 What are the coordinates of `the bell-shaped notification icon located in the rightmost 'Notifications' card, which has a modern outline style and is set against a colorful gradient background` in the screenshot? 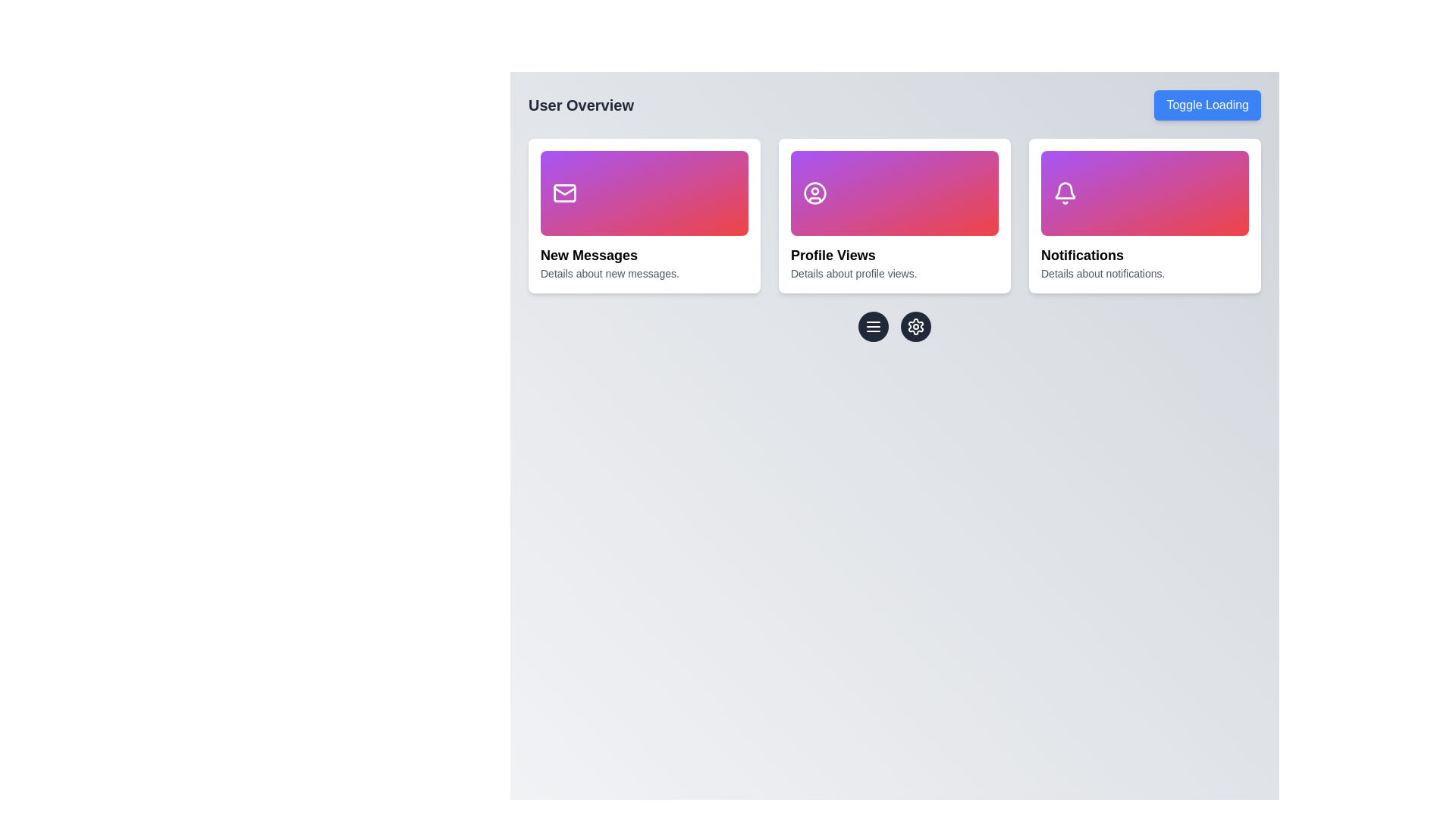 It's located at (1065, 192).